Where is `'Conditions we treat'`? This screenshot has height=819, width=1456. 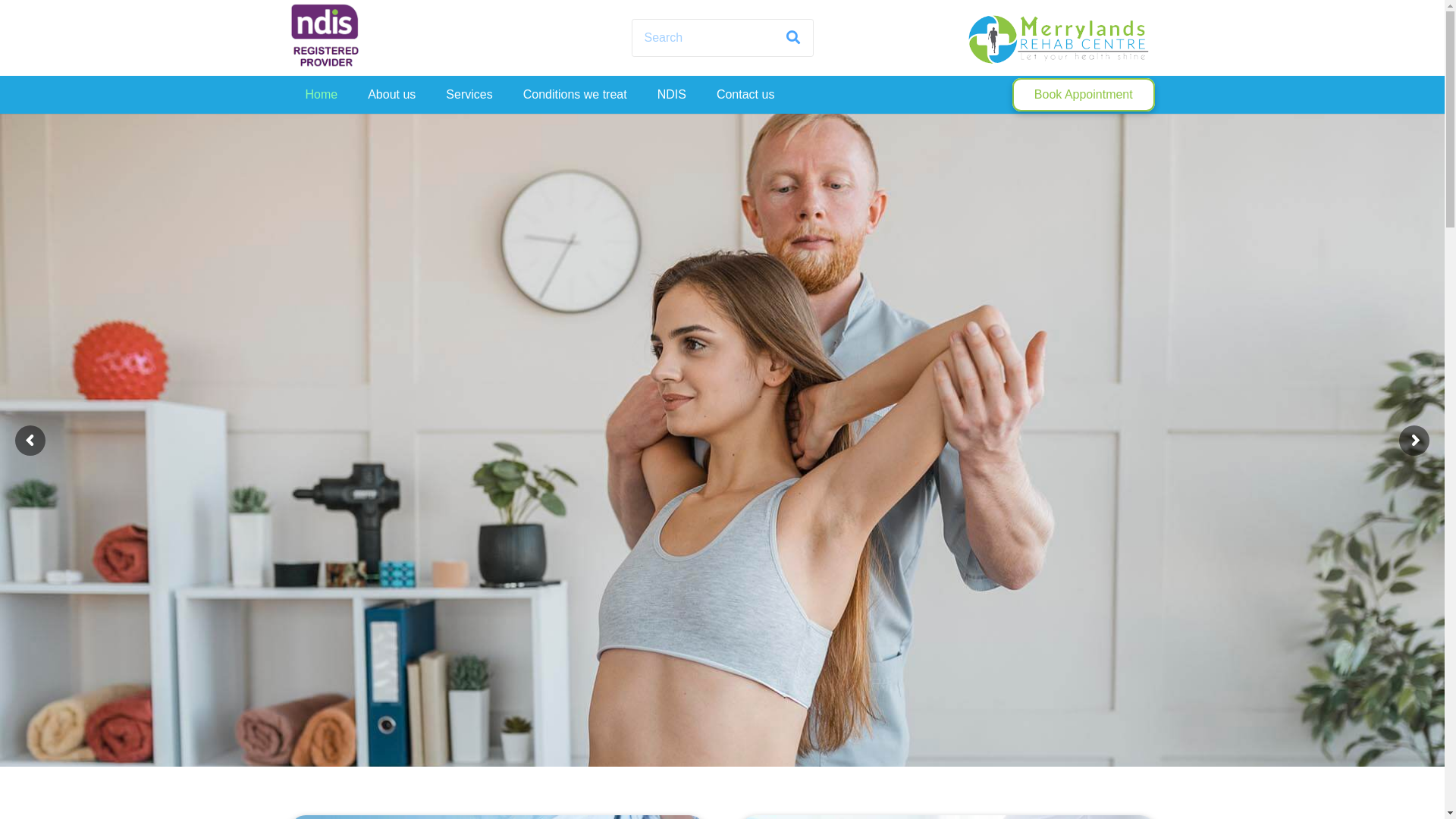
'Conditions we treat' is located at coordinates (574, 94).